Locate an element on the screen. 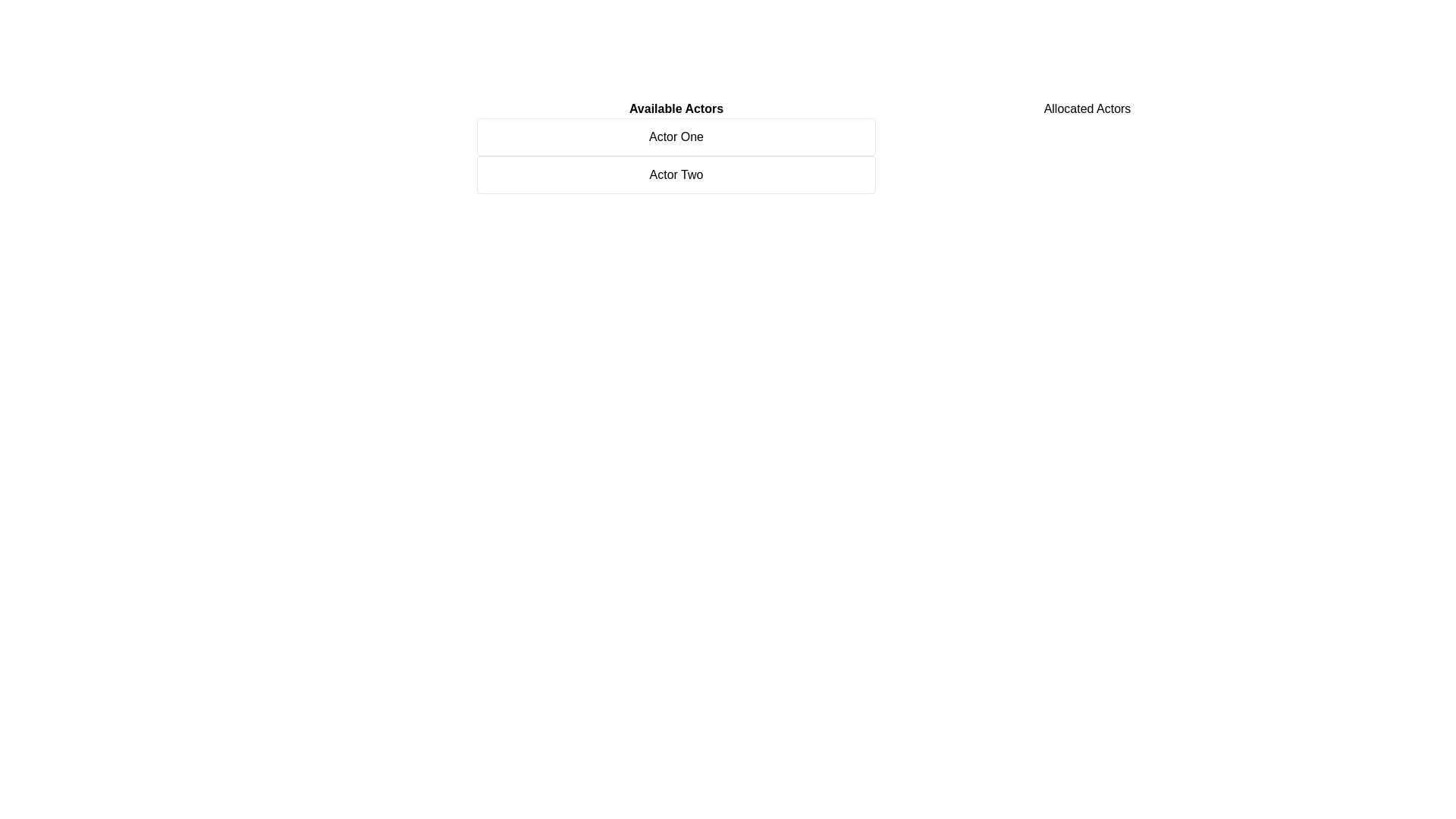 The width and height of the screenshot is (1456, 819). the 'Available Actors' section heading to inspect its details is located at coordinates (676, 108).